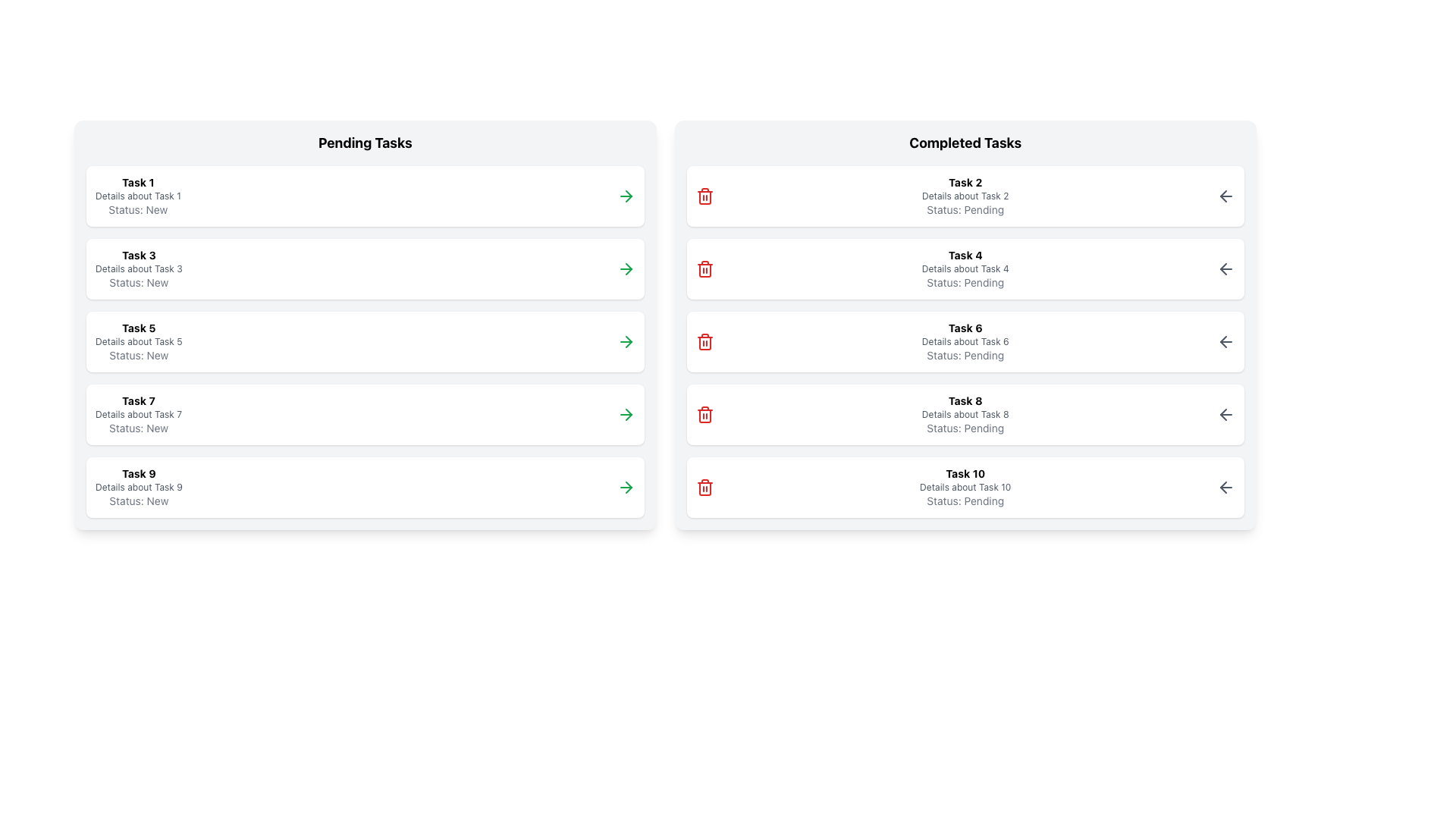 The height and width of the screenshot is (819, 1456). I want to click on the fifth List Item Card titled 'Task 9' in the 'Pending Tasks' section, so click(365, 488).